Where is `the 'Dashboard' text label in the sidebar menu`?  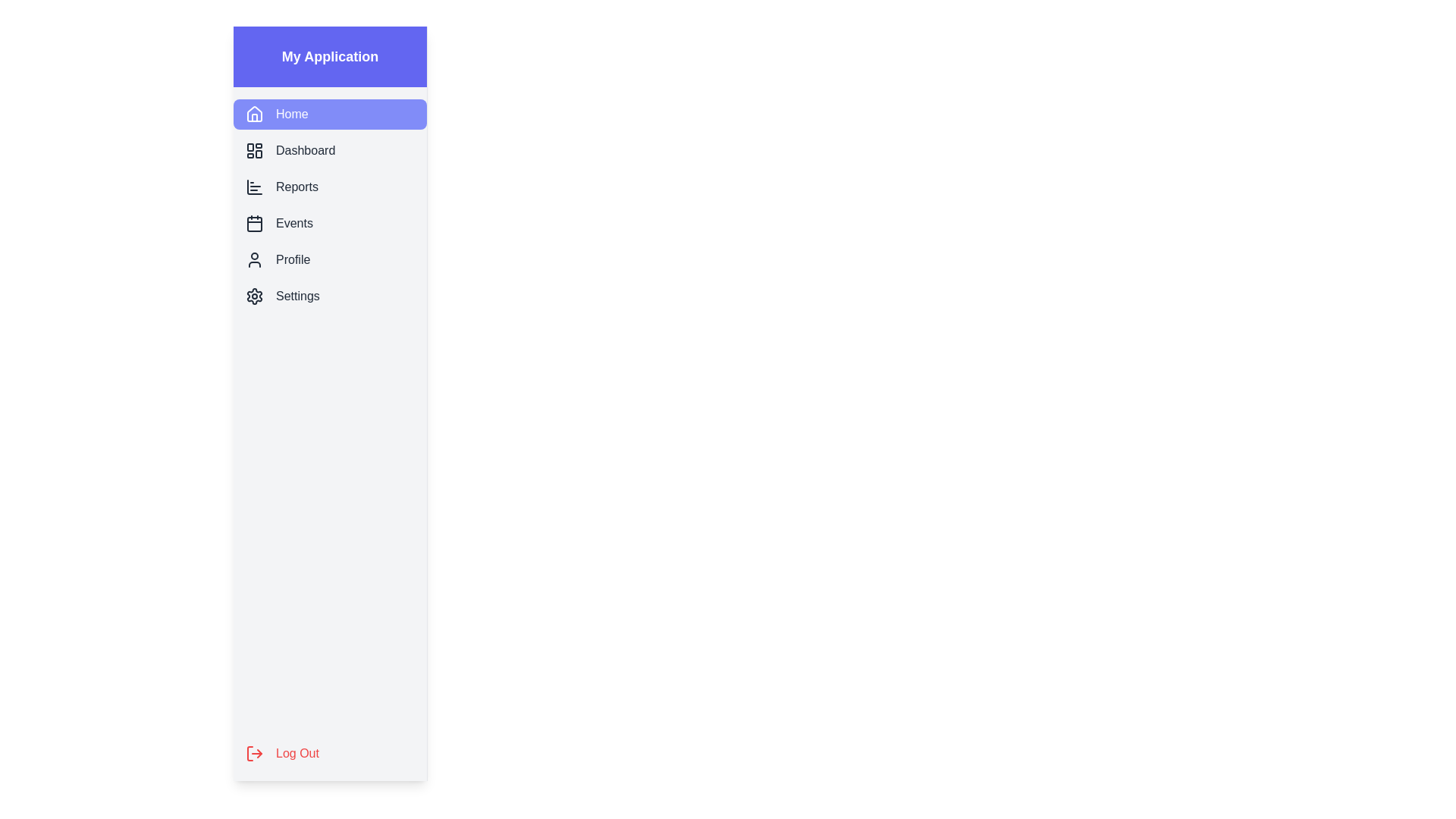
the 'Dashboard' text label in the sidebar menu is located at coordinates (305, 151).